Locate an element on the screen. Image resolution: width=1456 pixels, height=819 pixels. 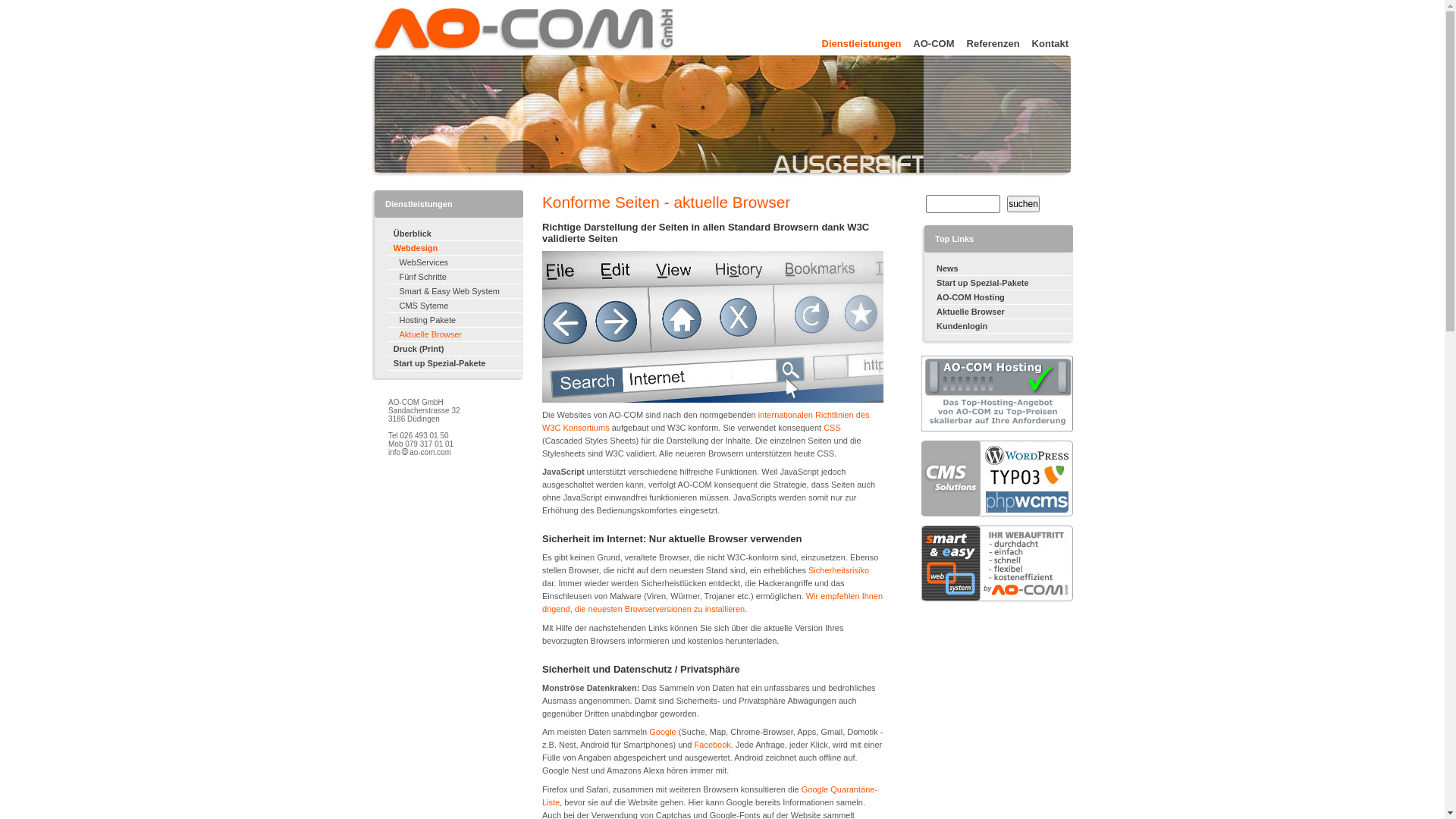
'Hosting Pakete' is located at coordinates (454, 319).